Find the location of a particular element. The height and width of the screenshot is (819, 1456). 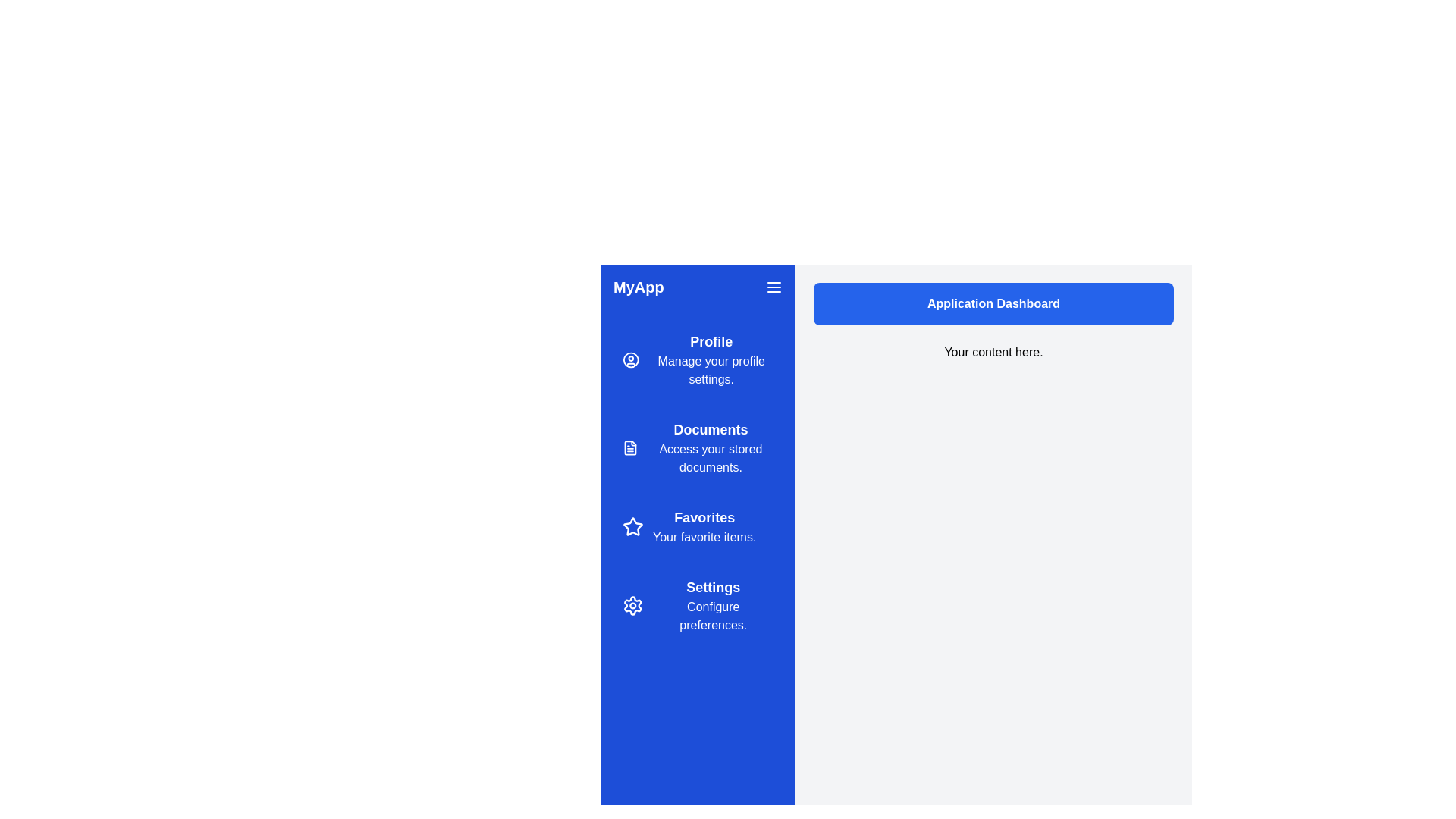

the navigation item Favorites from the drawer is located at coordinates (698, 526).